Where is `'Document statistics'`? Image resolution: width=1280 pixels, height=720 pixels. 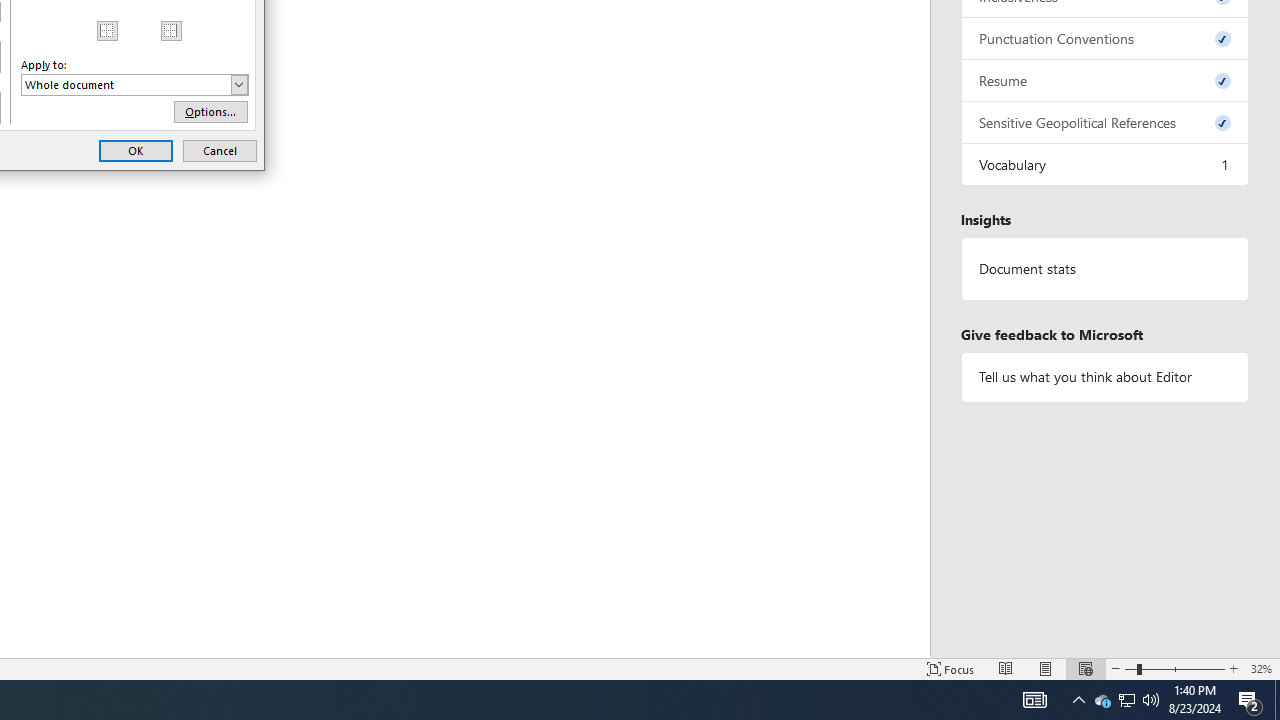
'Document statistics' is located at coordinates (1104, 268).